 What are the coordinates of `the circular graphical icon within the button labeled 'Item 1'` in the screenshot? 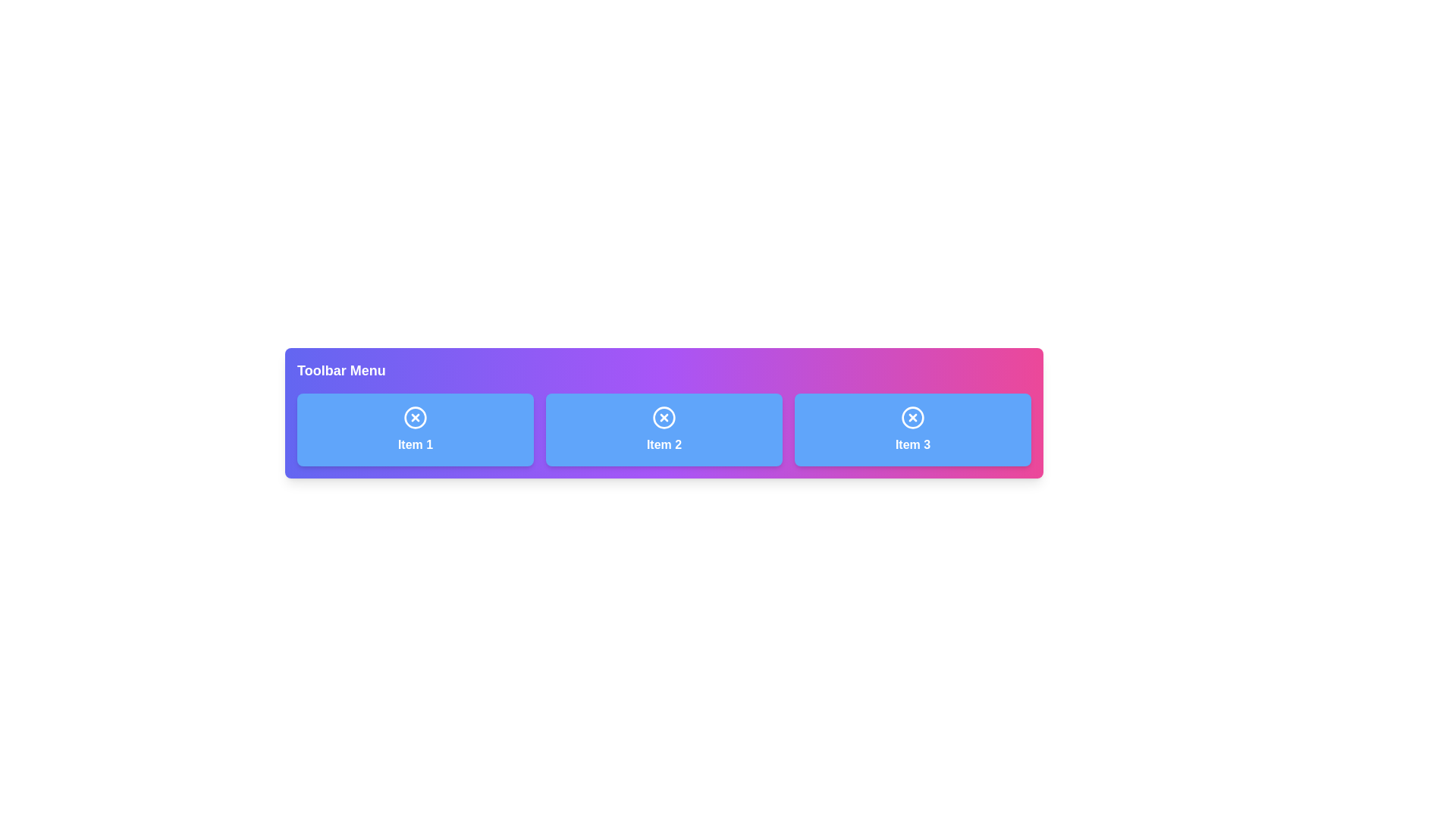 It's located at (415, 418).